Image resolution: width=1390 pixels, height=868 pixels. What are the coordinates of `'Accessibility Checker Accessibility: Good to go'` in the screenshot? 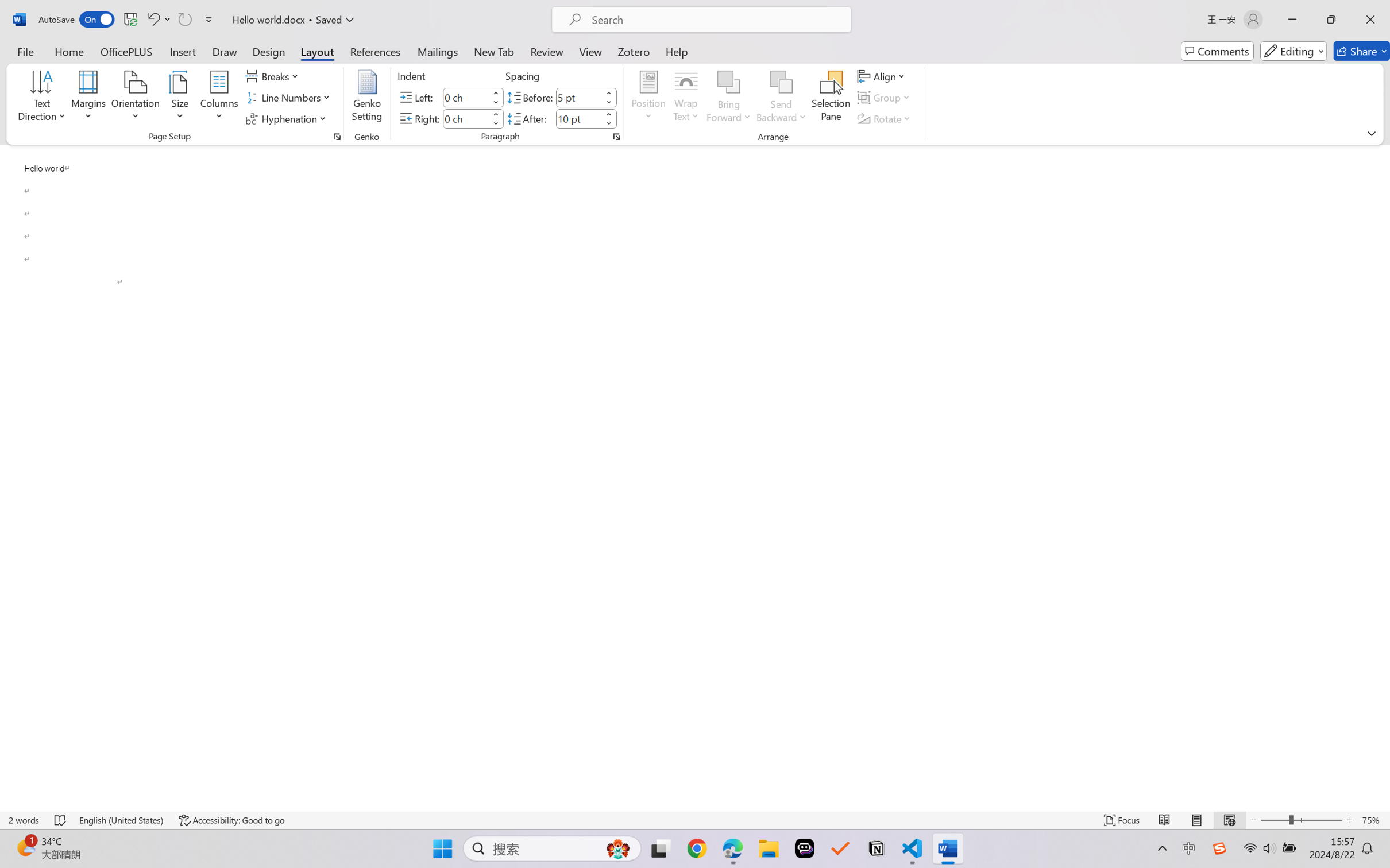 It's located at (231, 820).